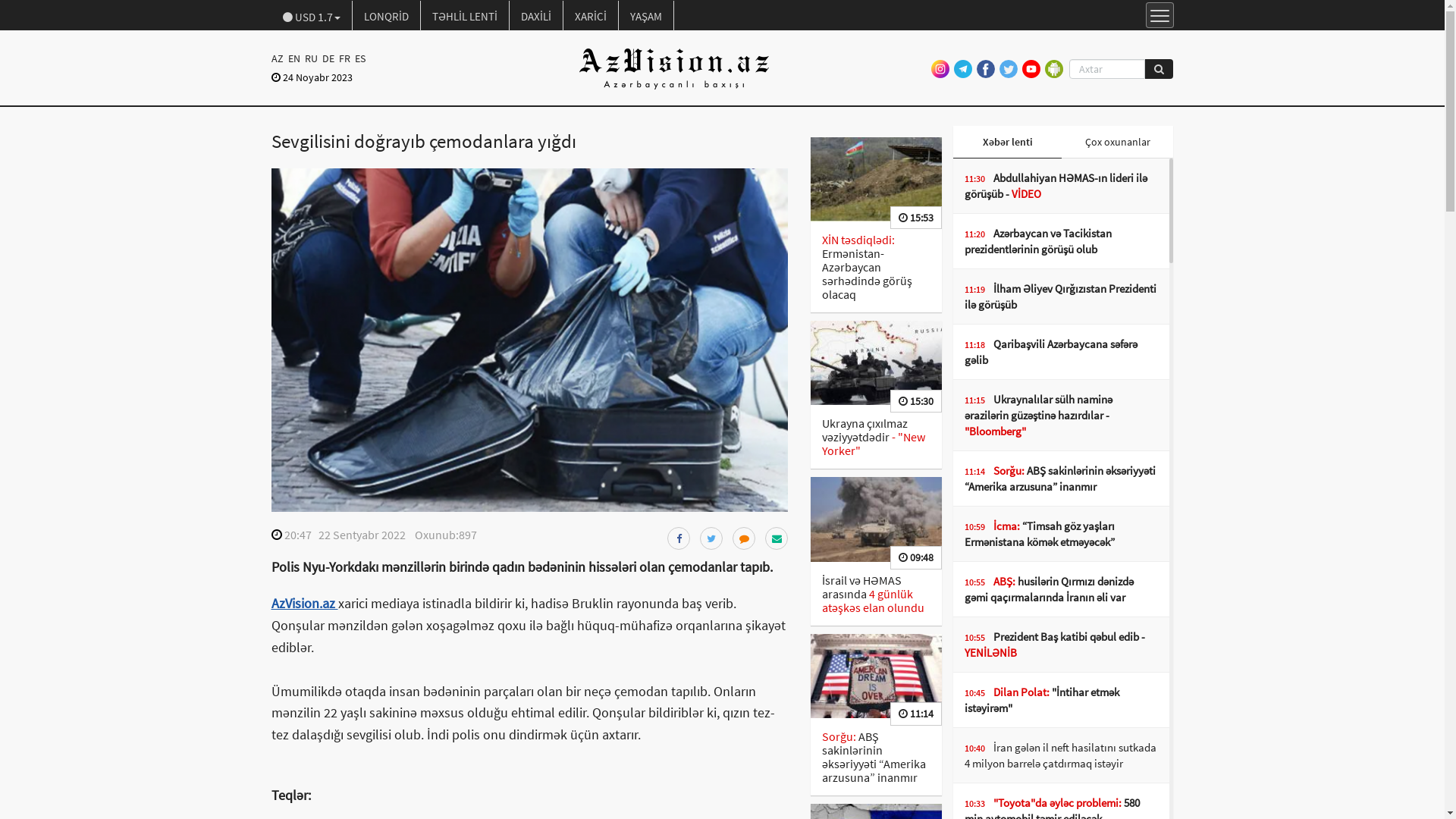  What do you see at coordinates (344, 58) in the screenshot?
I see `'FR'` at bounding box center [344, 58].